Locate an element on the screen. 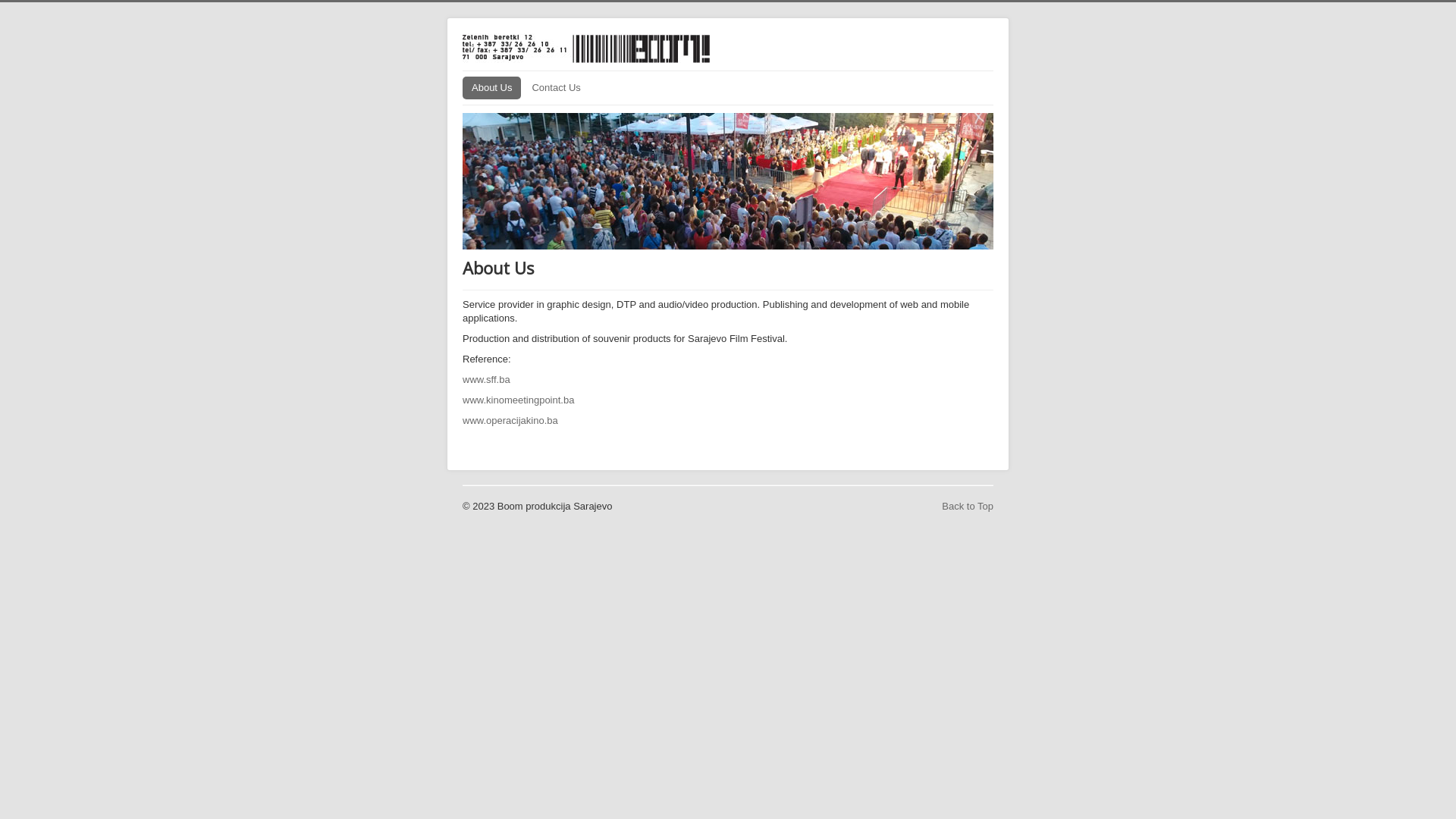  'www.kinomeetingpoint.ba' is located at coordinates (461, 399).